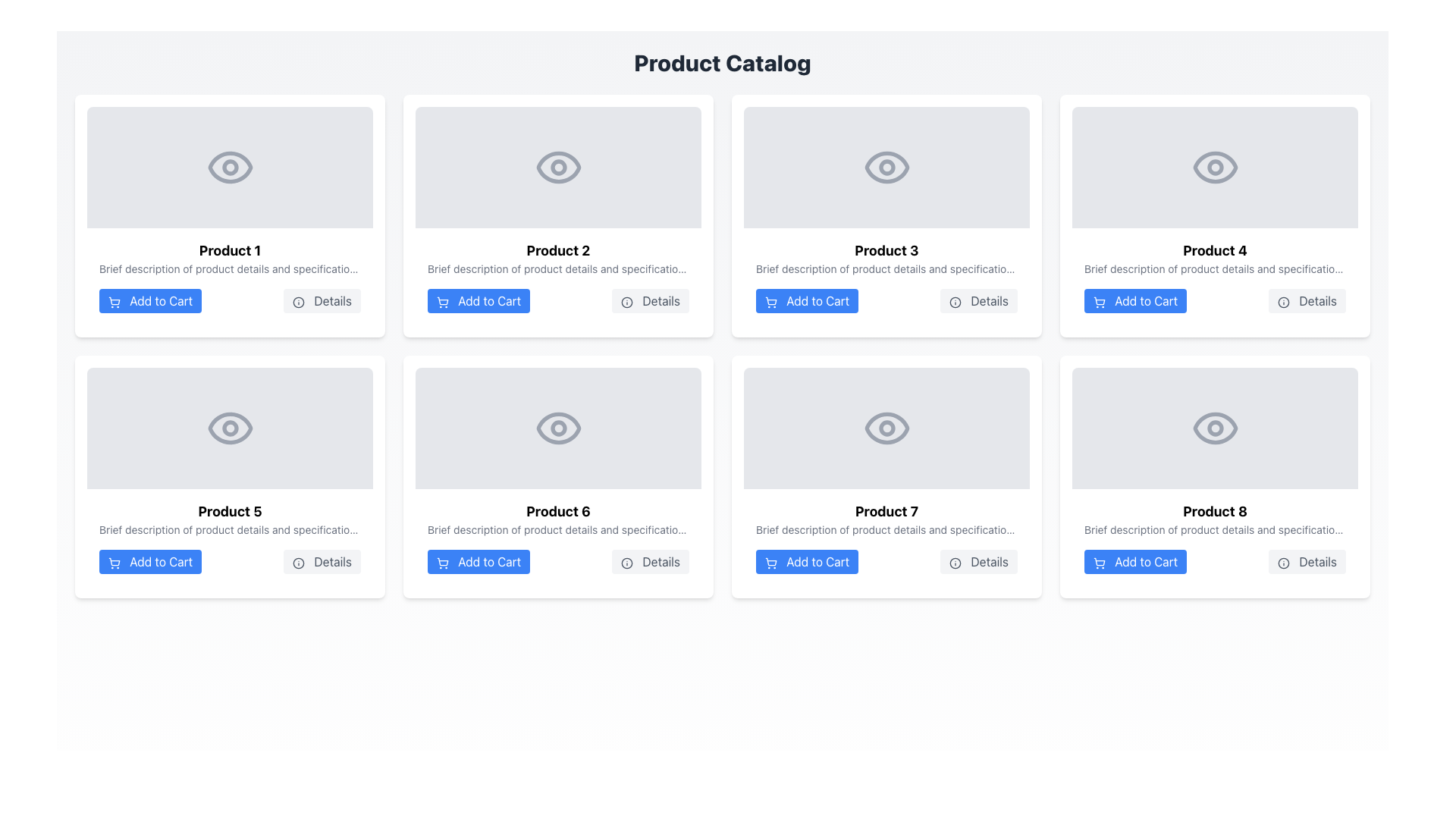  Describe the element at coordinates (229, 167) in the screenshot. I see `the small circular element located in the center of the eye icon within the 'Product 1' card` at that location.